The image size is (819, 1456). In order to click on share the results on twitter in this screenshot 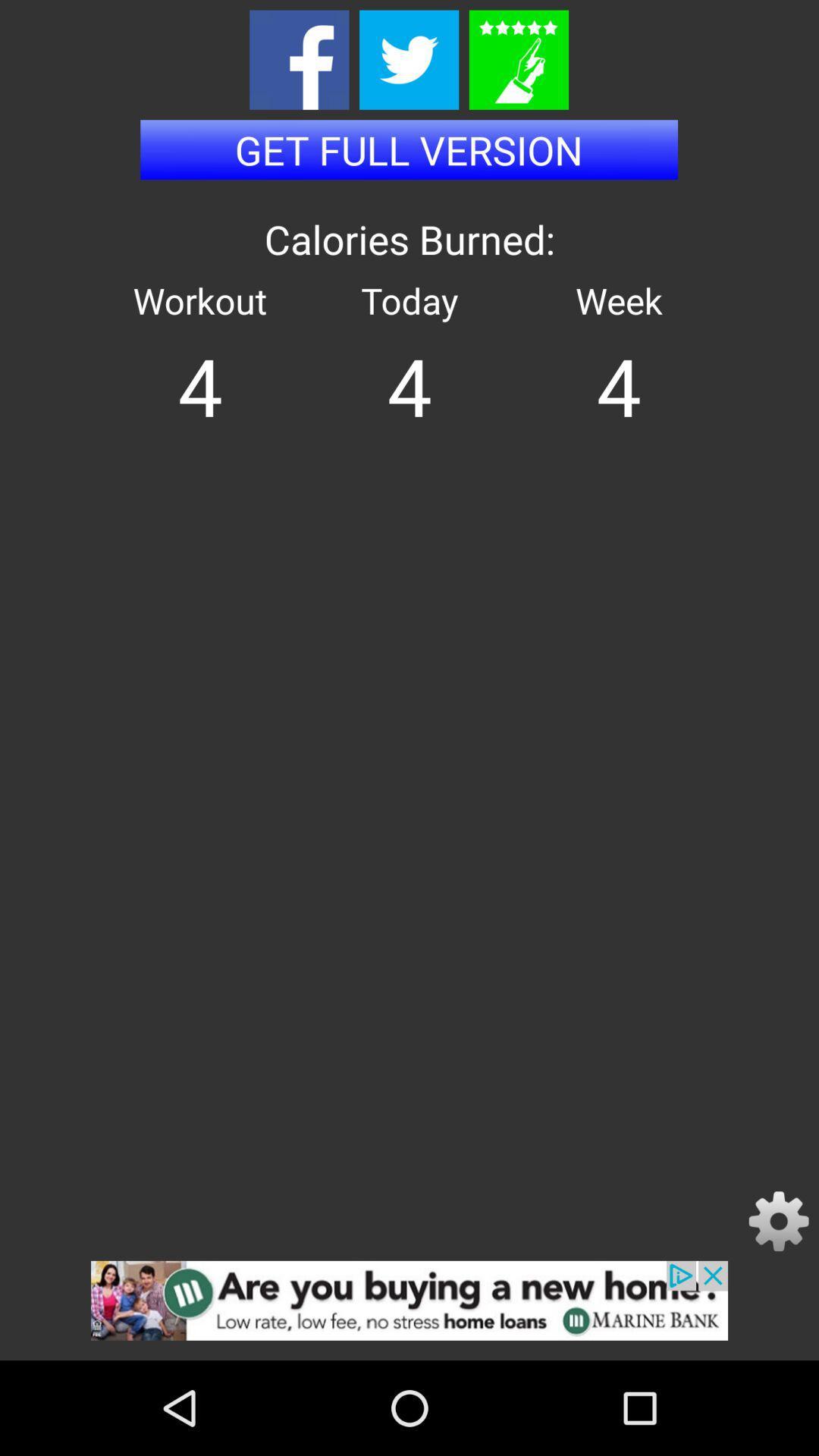, I will do `click(408, 60)`.